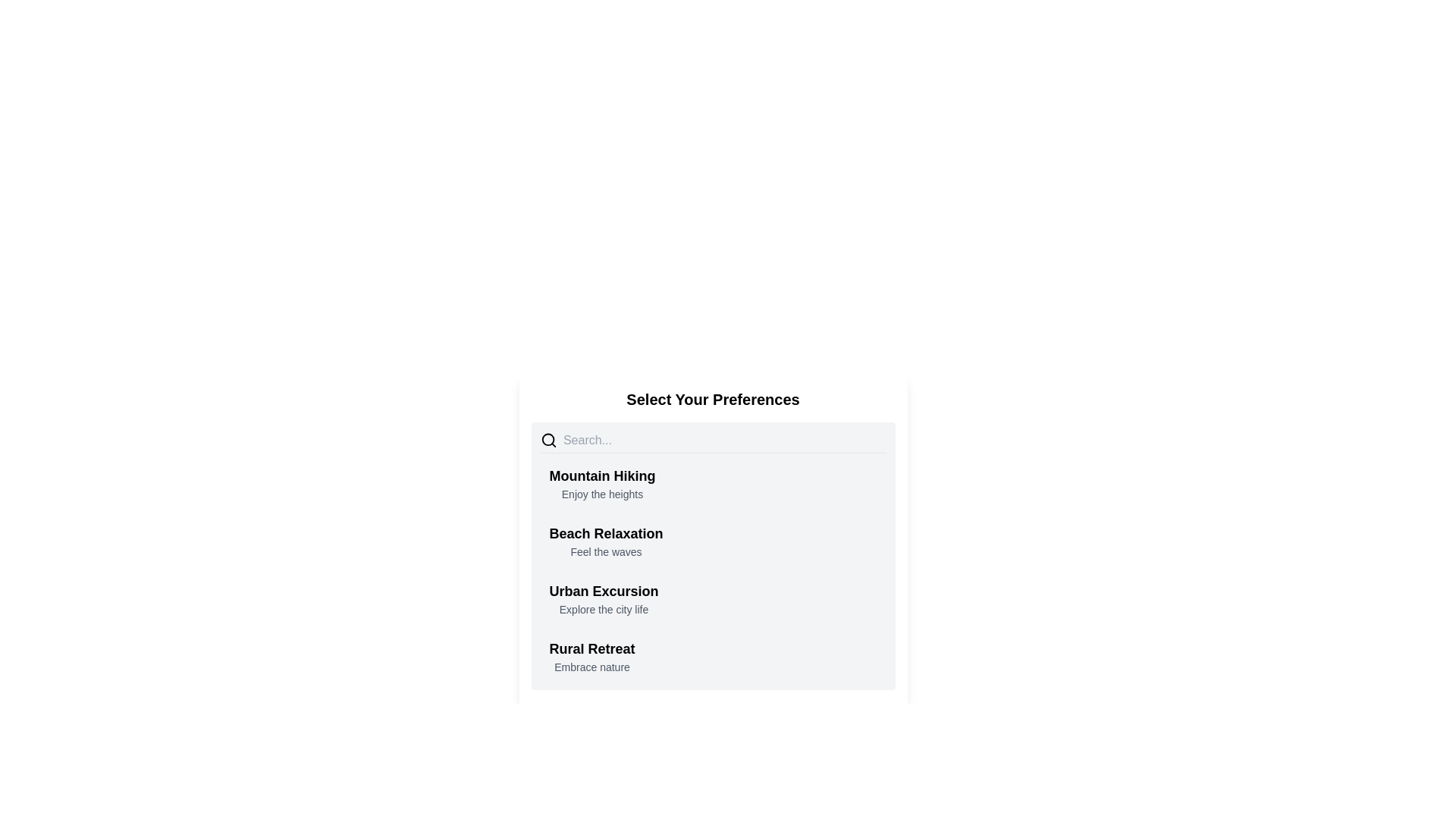  I want to click on the 'Urban Excursion' list item, so click(712, 598).